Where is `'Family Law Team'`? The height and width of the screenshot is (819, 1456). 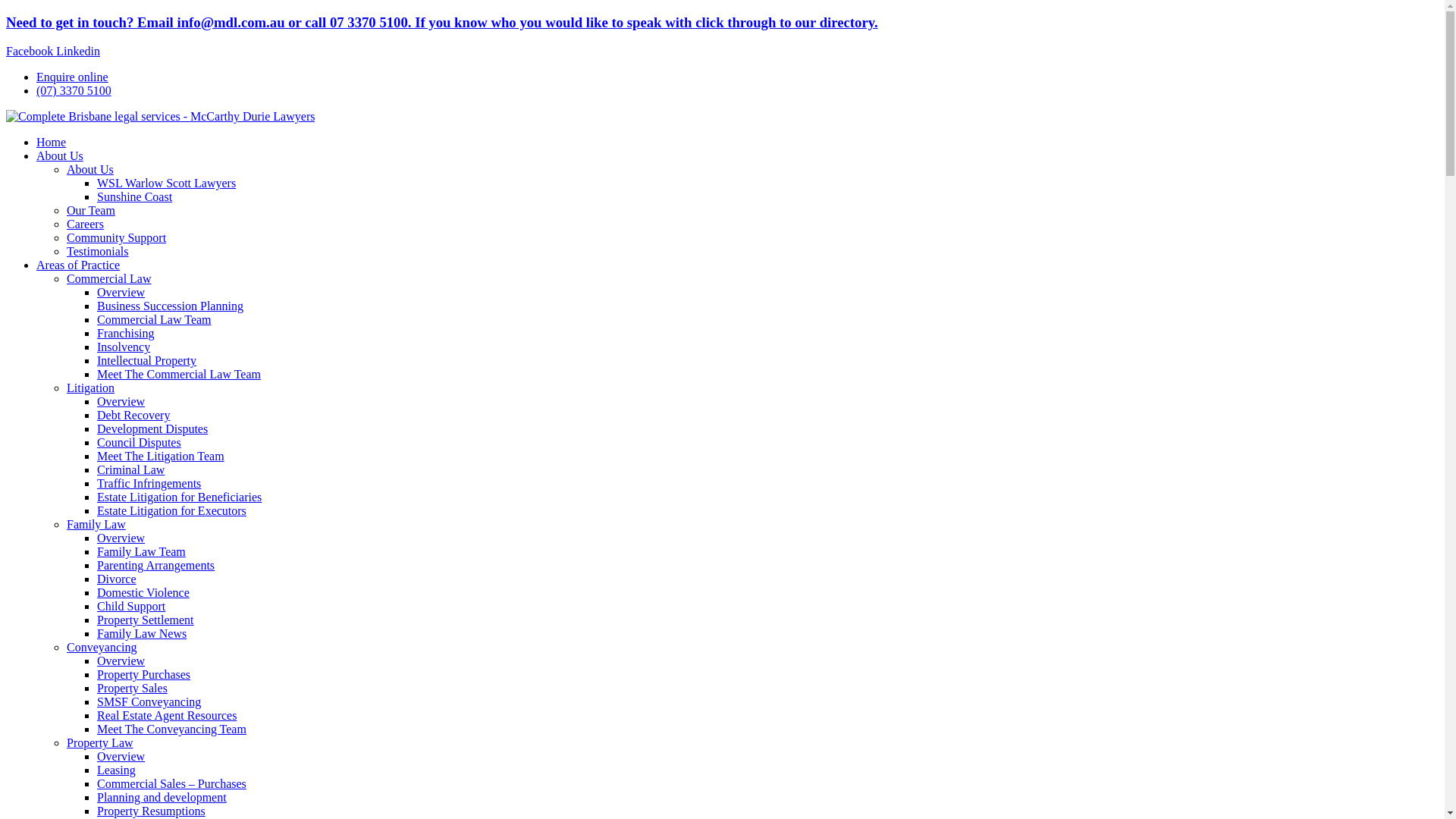
'Family Law Team' is located at coordinates (141, 551).